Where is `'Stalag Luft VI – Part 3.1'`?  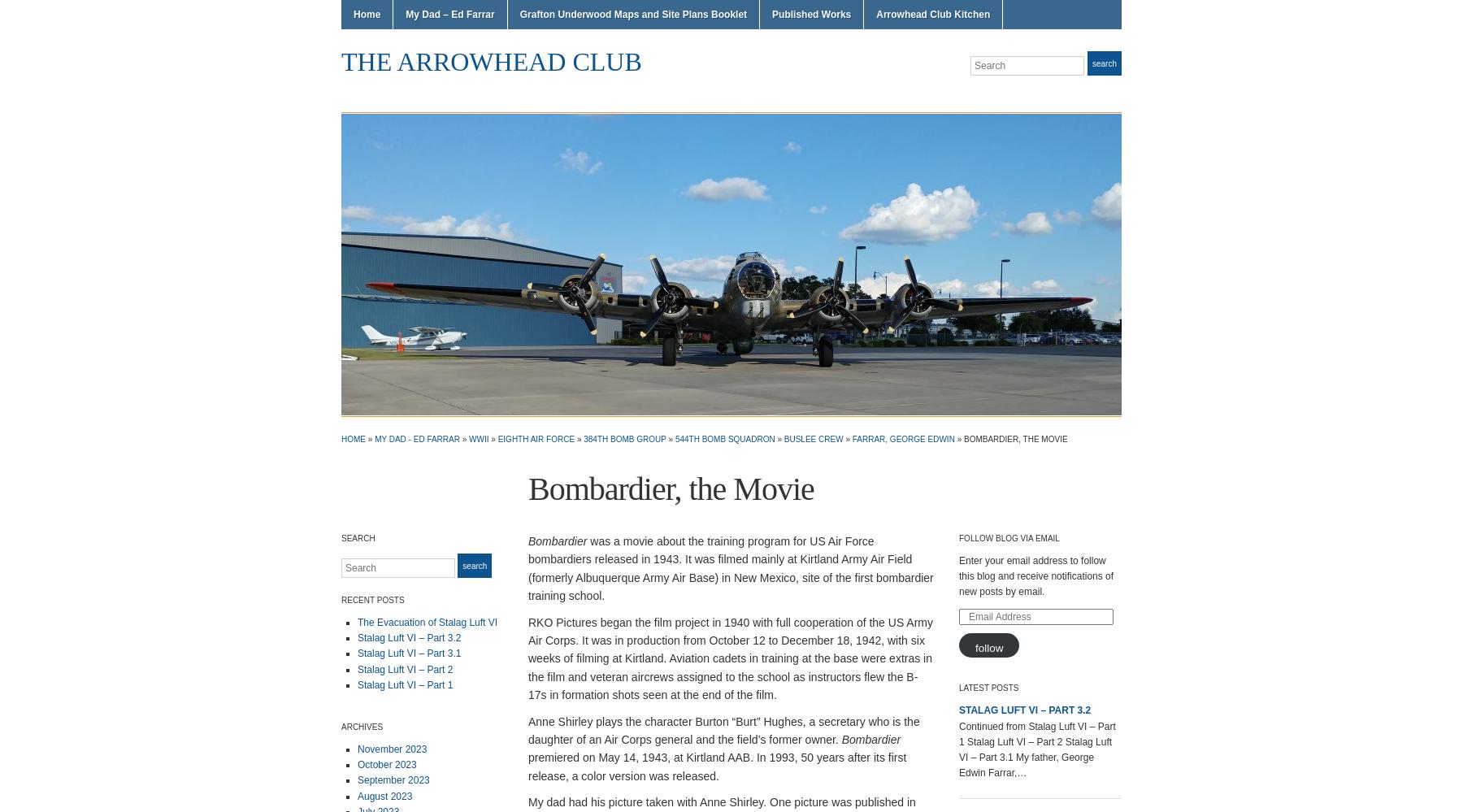 'Stalag Luft VI – Part 3.1' is located at coordinates (408, 653).